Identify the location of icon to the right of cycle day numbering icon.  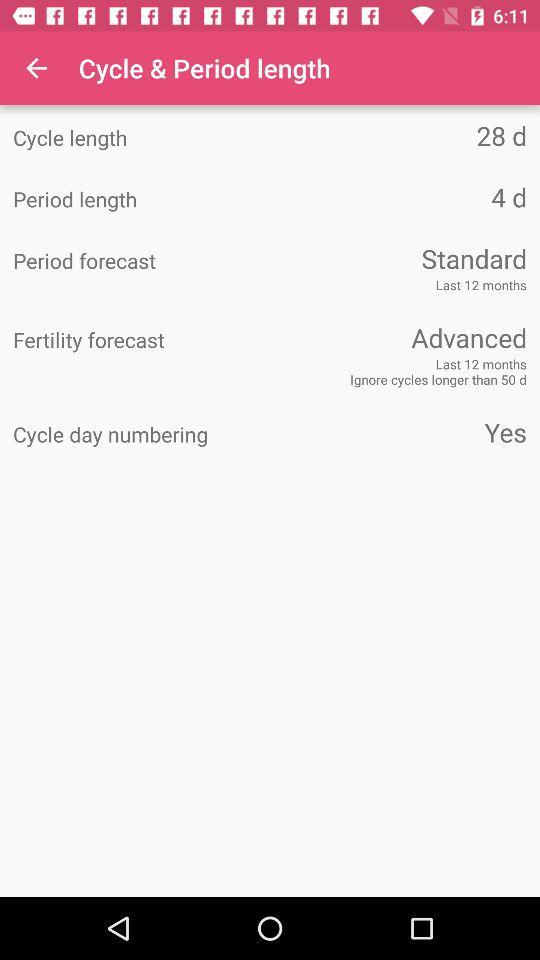
(398, 432).